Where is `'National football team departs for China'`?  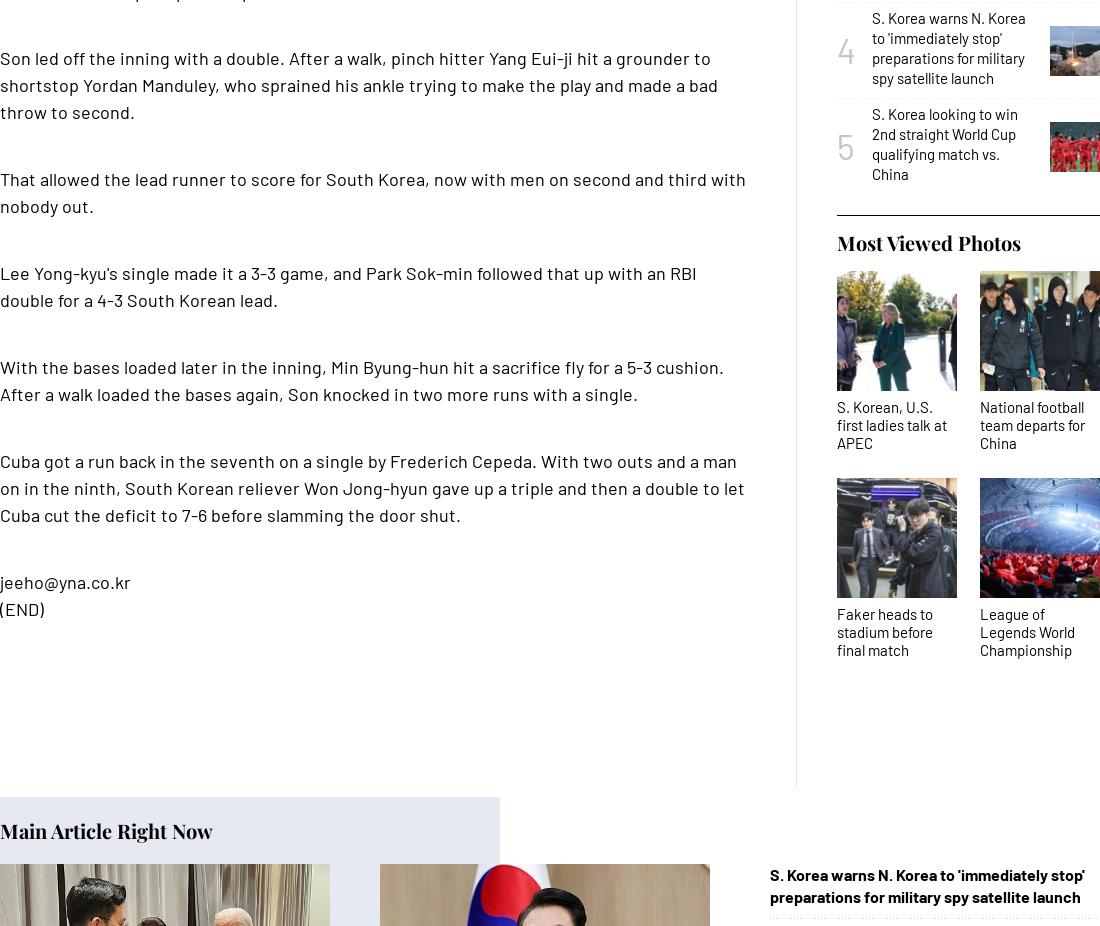 'National football team departs for China' is located at coordinates (978, 425).